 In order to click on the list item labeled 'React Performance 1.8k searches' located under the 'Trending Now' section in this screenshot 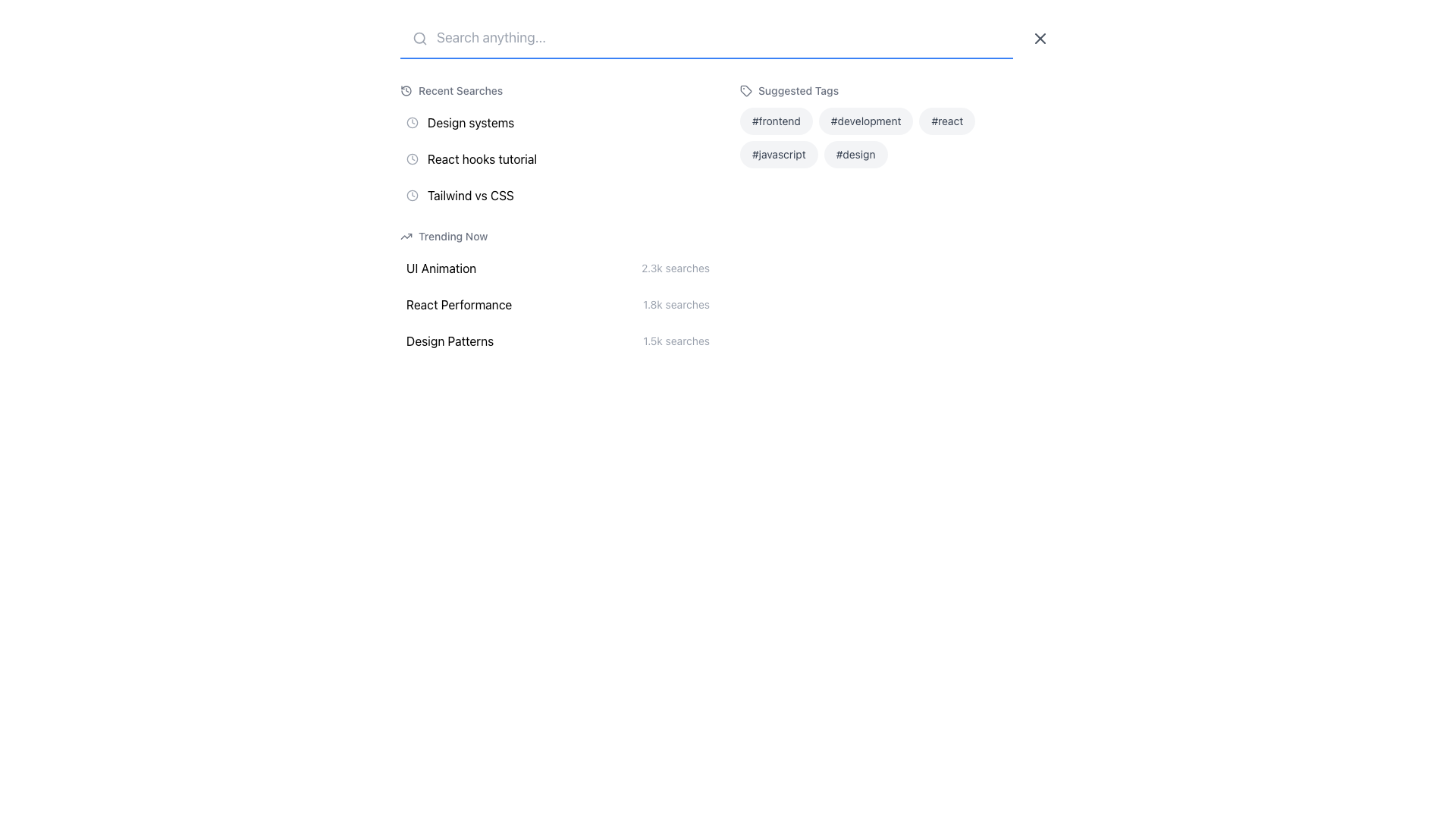, I will do `click(557, 292)`.